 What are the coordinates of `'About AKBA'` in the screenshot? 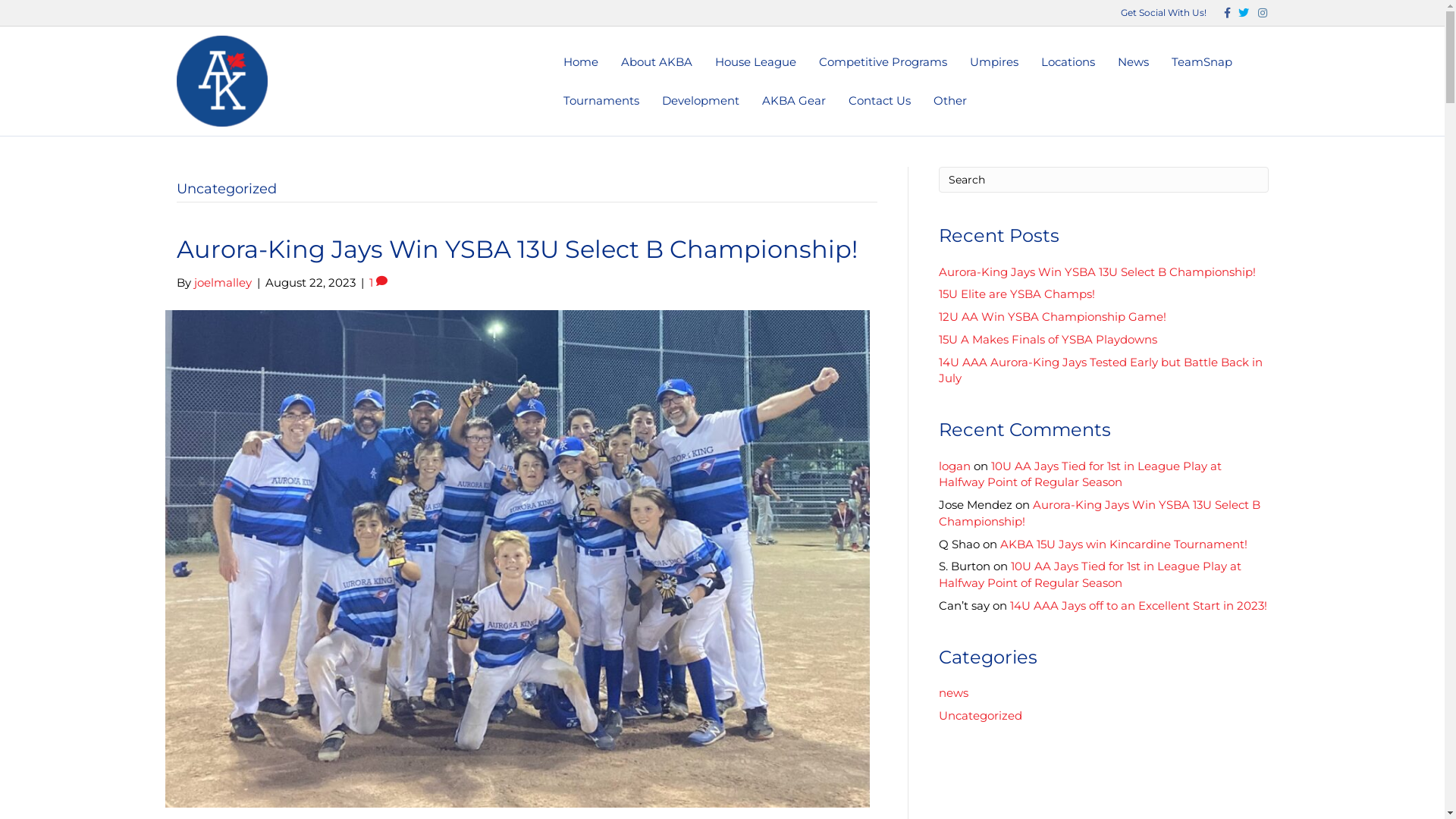 It's located at (656, 61).